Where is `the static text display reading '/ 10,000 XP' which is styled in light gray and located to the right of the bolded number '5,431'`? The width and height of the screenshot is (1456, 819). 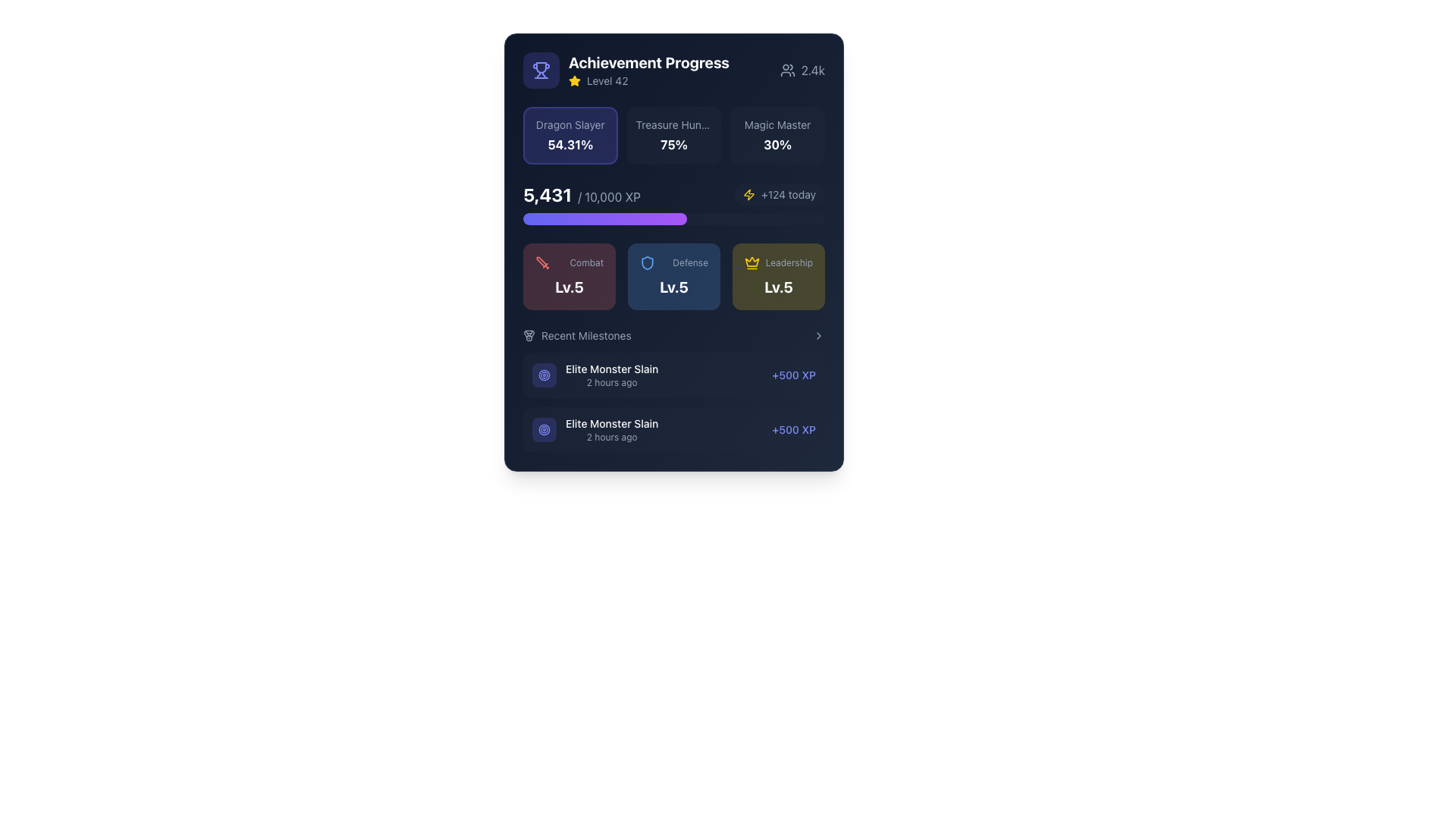
the static text display reading '/ 10,000 XP' which is styled in light gray and located to the right of the bolded number '5,431' is located at coordinates (609, 196).